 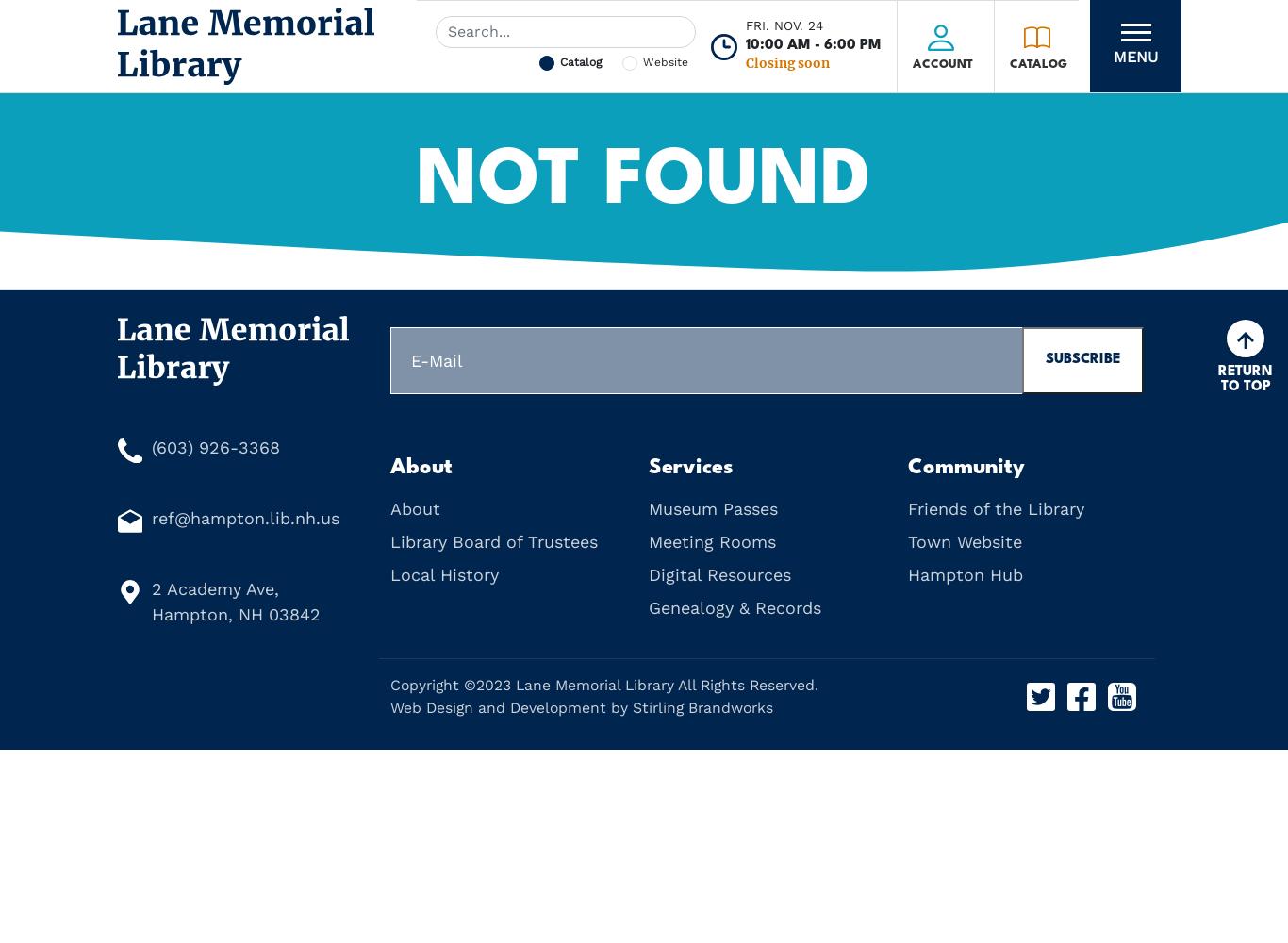 I want to click on 'Lane Memorial Library', so click(x=593, y=684).